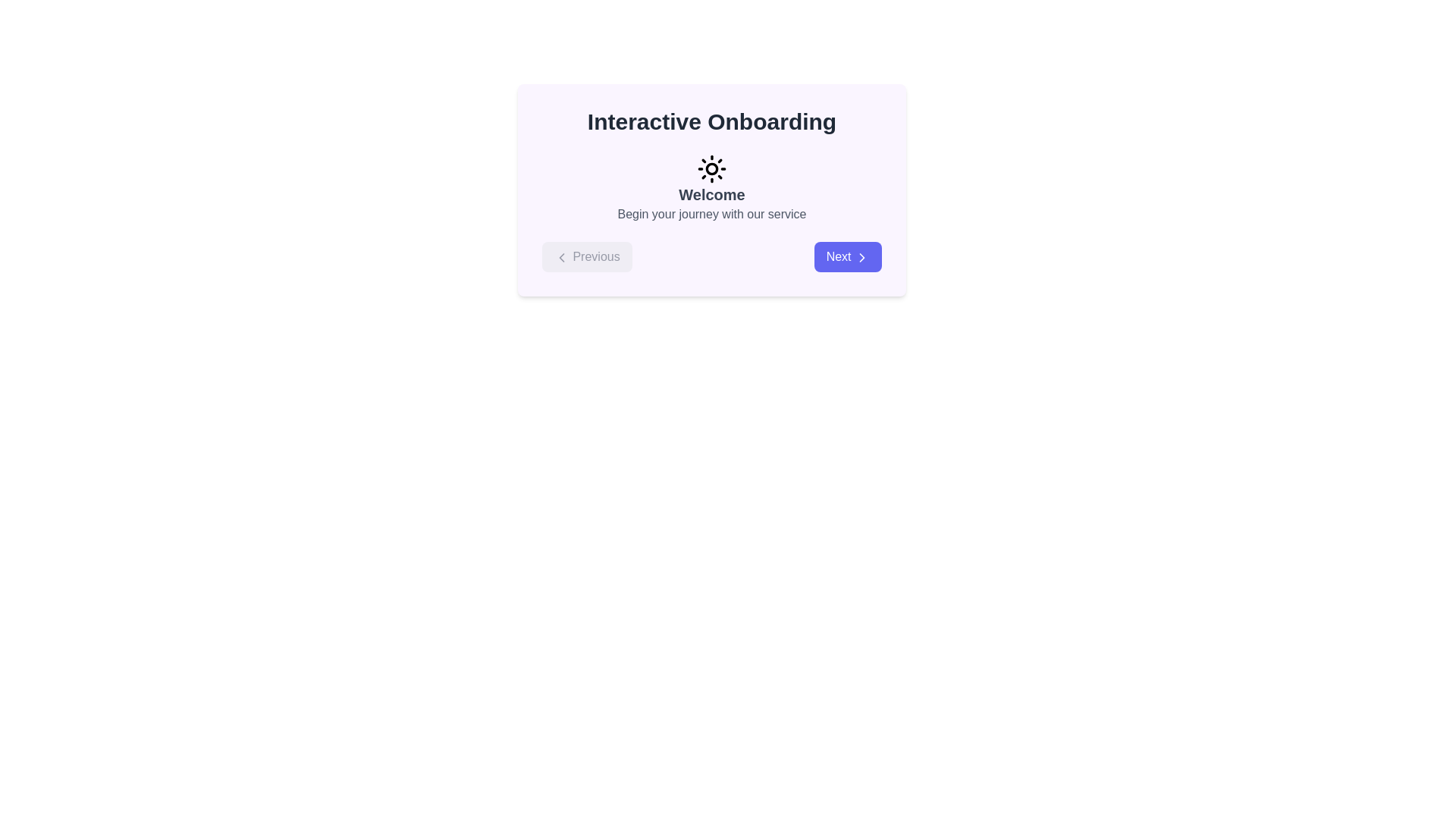 This screenshot has width=1456, height=819. Describe the element at coordinates (586, 256) in the screenshot. I see `the 'Previous' button located at the bottom left corner of the interactive onboarding section` at that location.